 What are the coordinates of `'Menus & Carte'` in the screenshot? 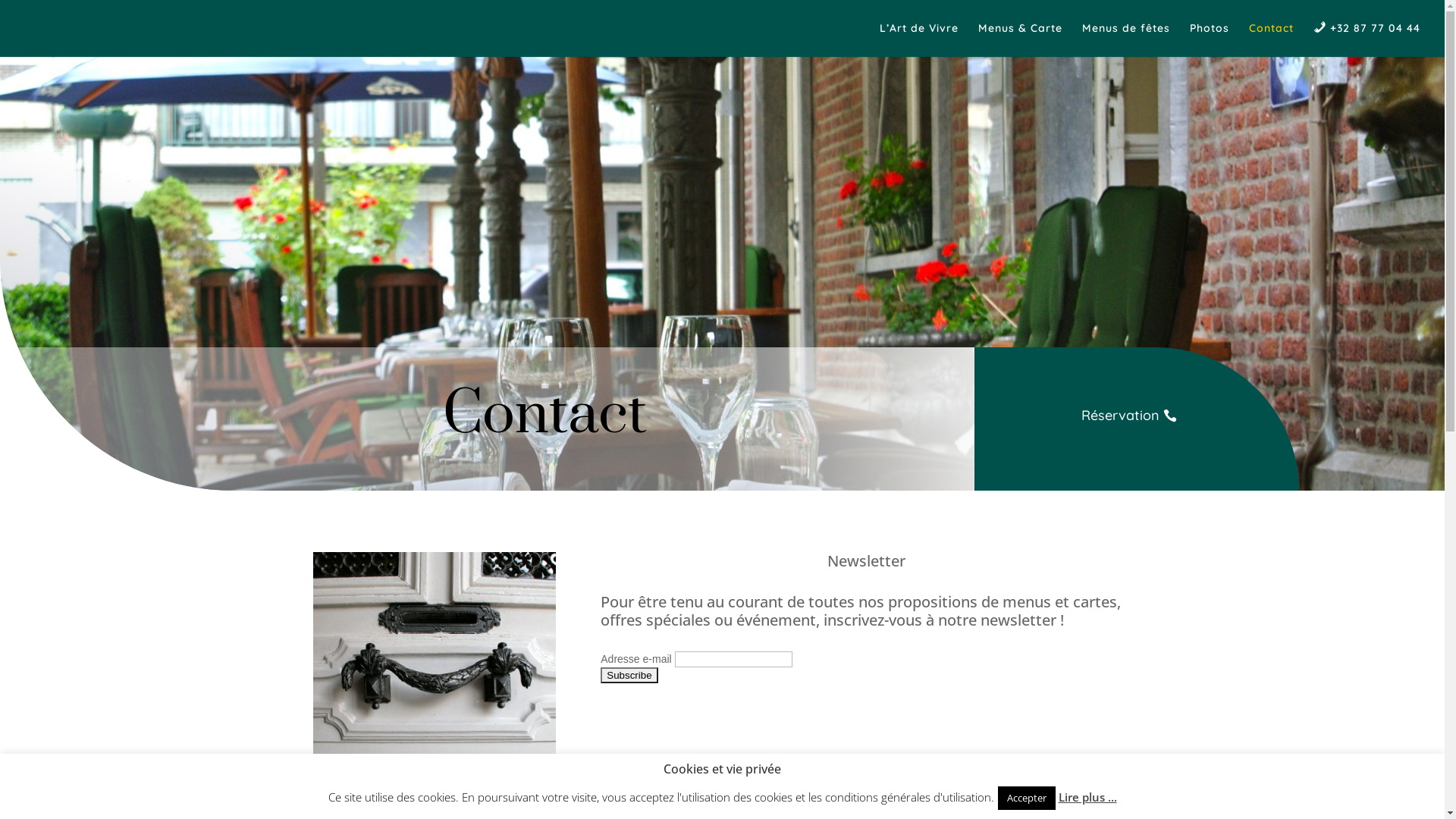 It's located at (978, 38).